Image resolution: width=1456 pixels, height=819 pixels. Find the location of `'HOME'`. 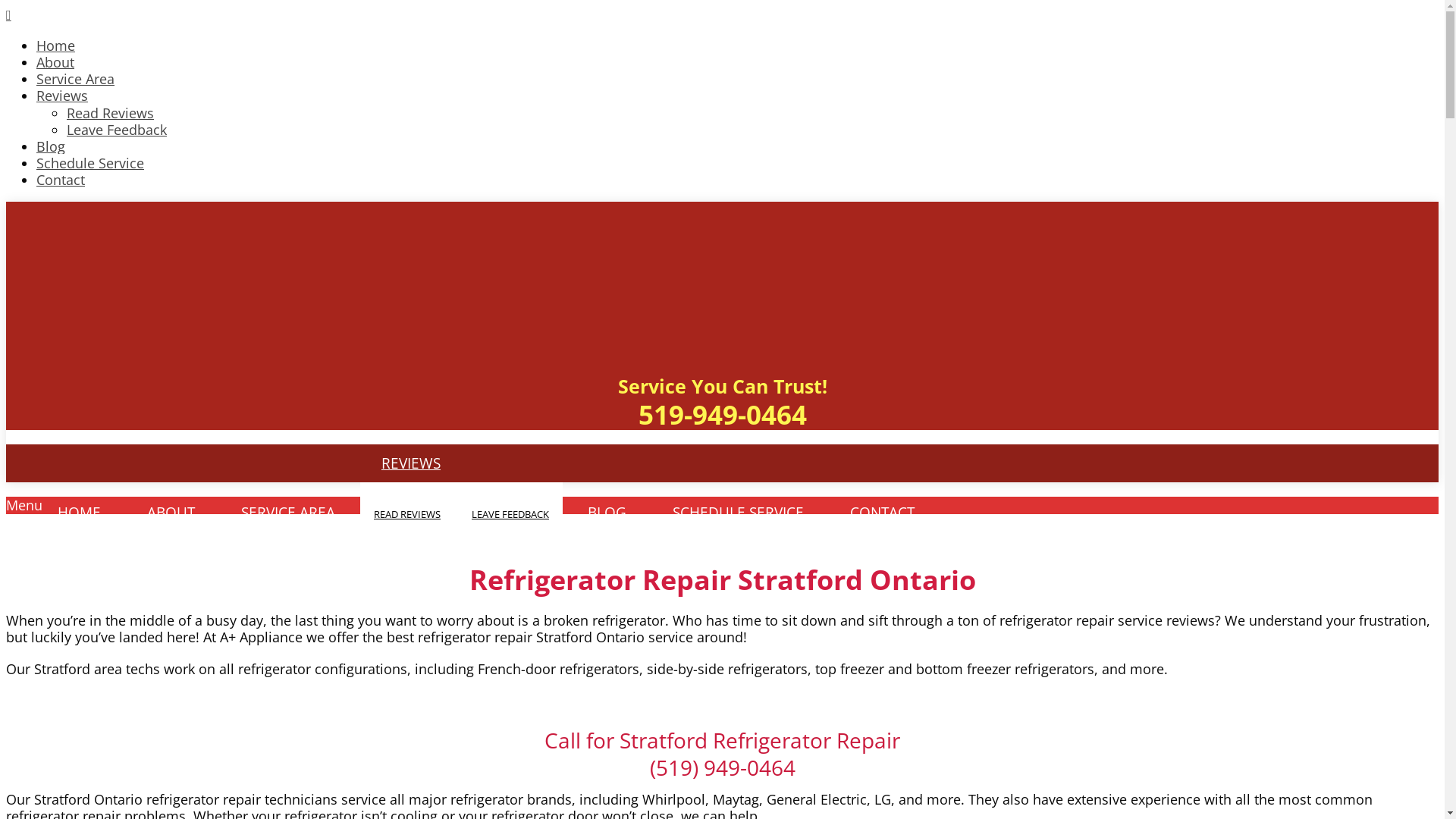

'HOME' is located at coordinates (36, 512).